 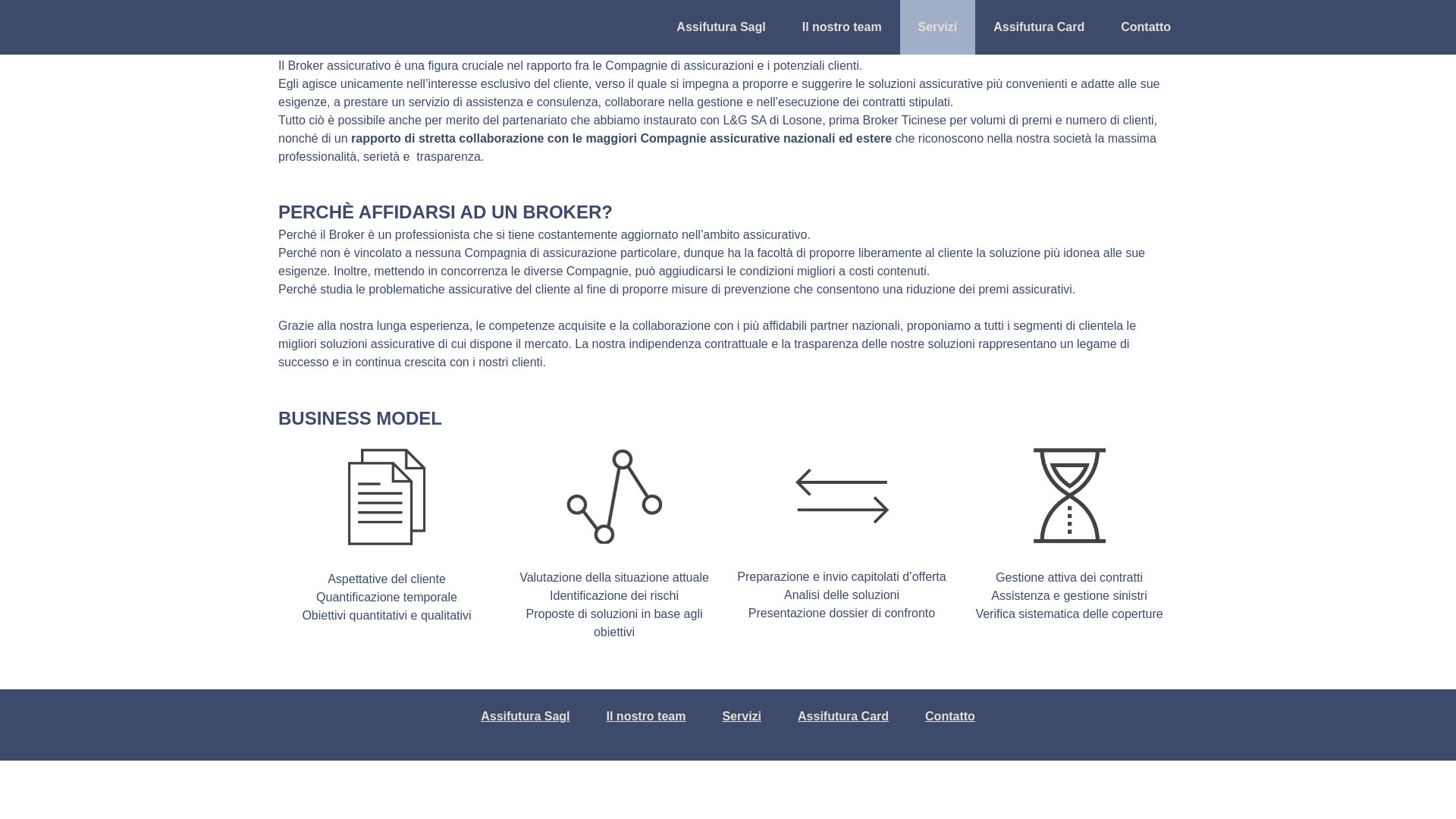 What do you see at coordinates (525, 717) in the screenshot?
I see `'Assifutura Sagl'` at bounding box center [525, 717].